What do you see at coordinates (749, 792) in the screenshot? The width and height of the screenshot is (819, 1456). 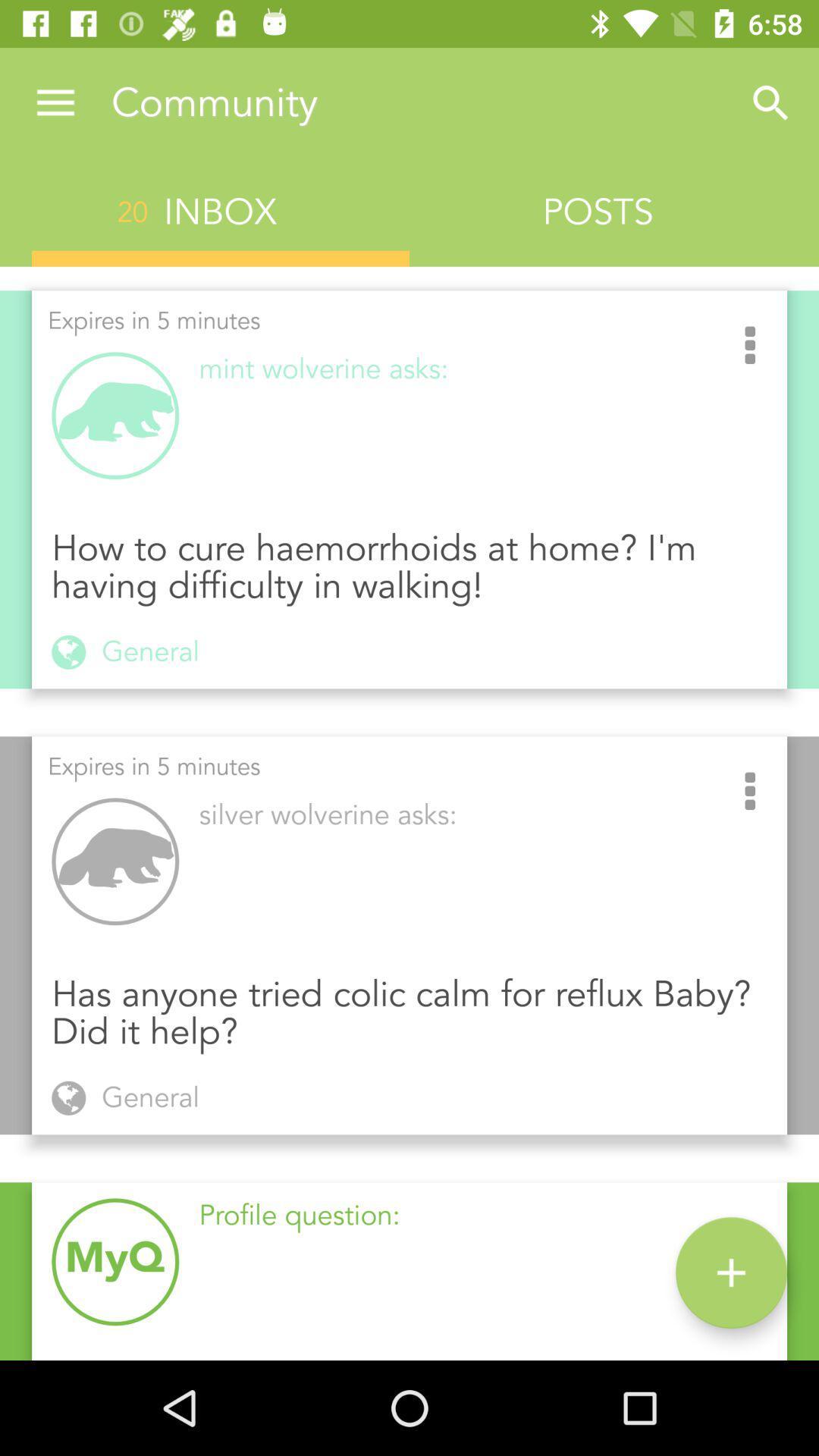 I see `the item above the has anyone tried icon` at bounding box center [749, 792].